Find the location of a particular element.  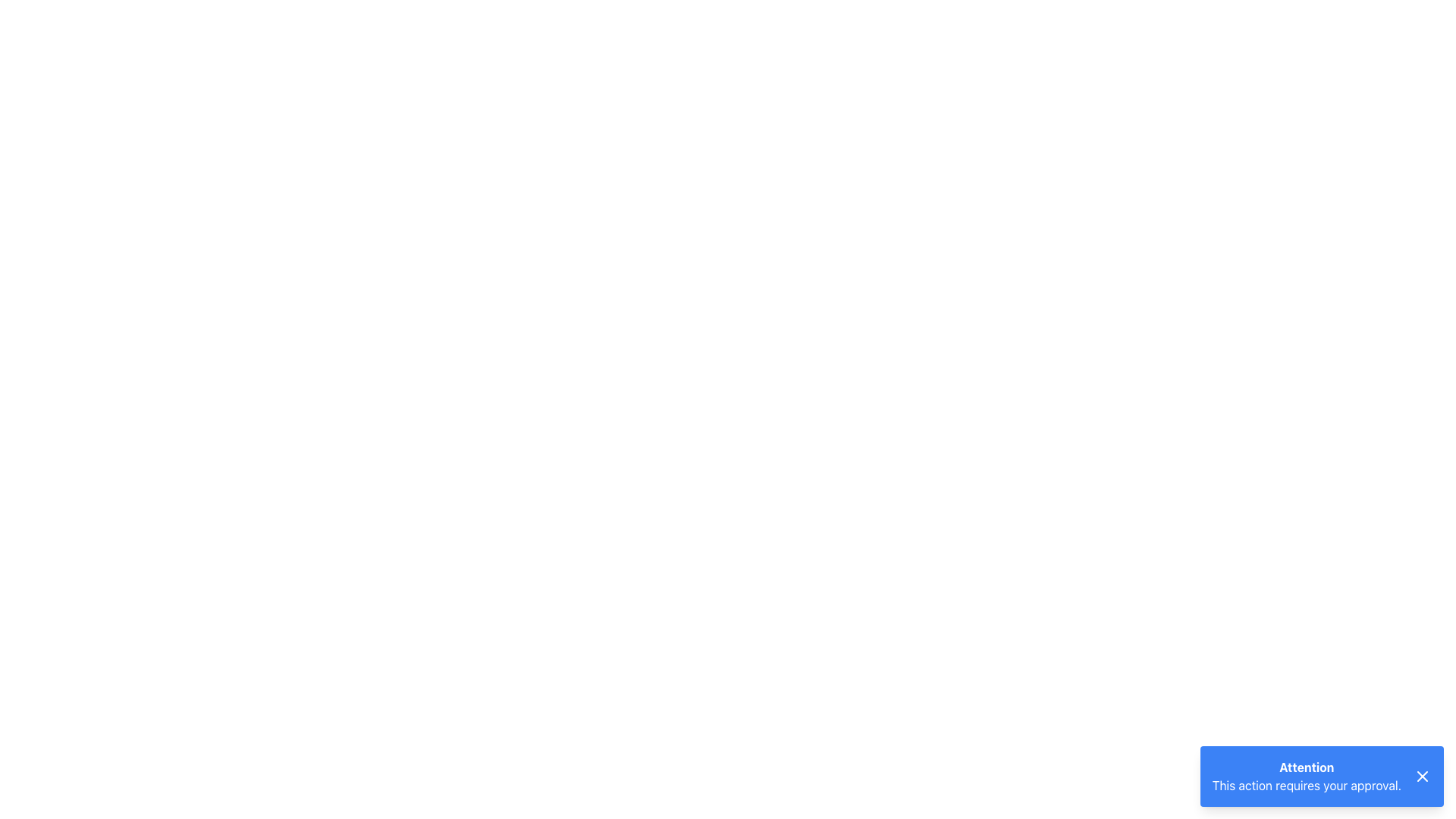

the 'X' button located at the top-right corner of the blue notification box by is located at coordinates (1422, 776).